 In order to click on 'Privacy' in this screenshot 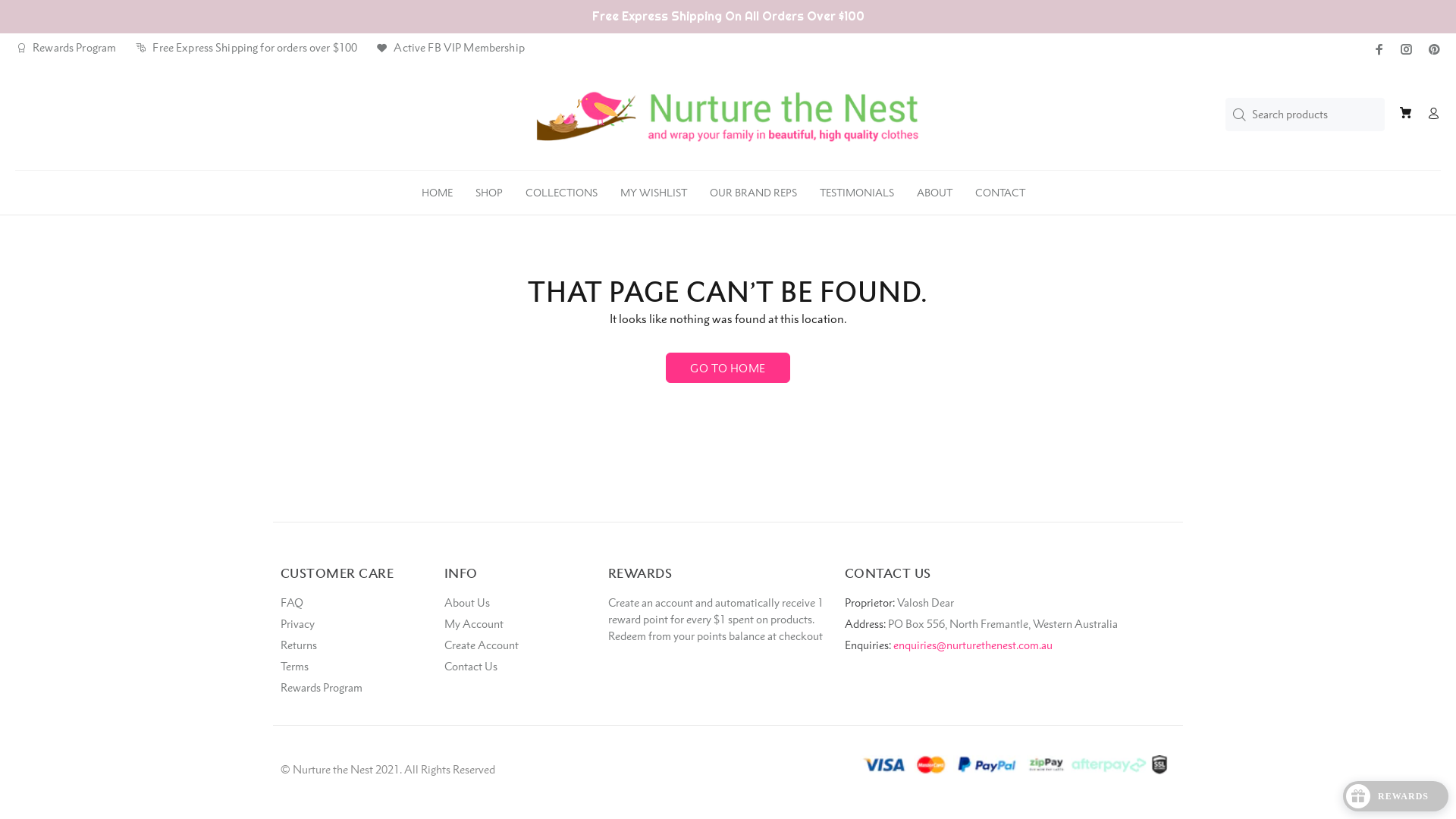, I will do `click(280, 623)`.